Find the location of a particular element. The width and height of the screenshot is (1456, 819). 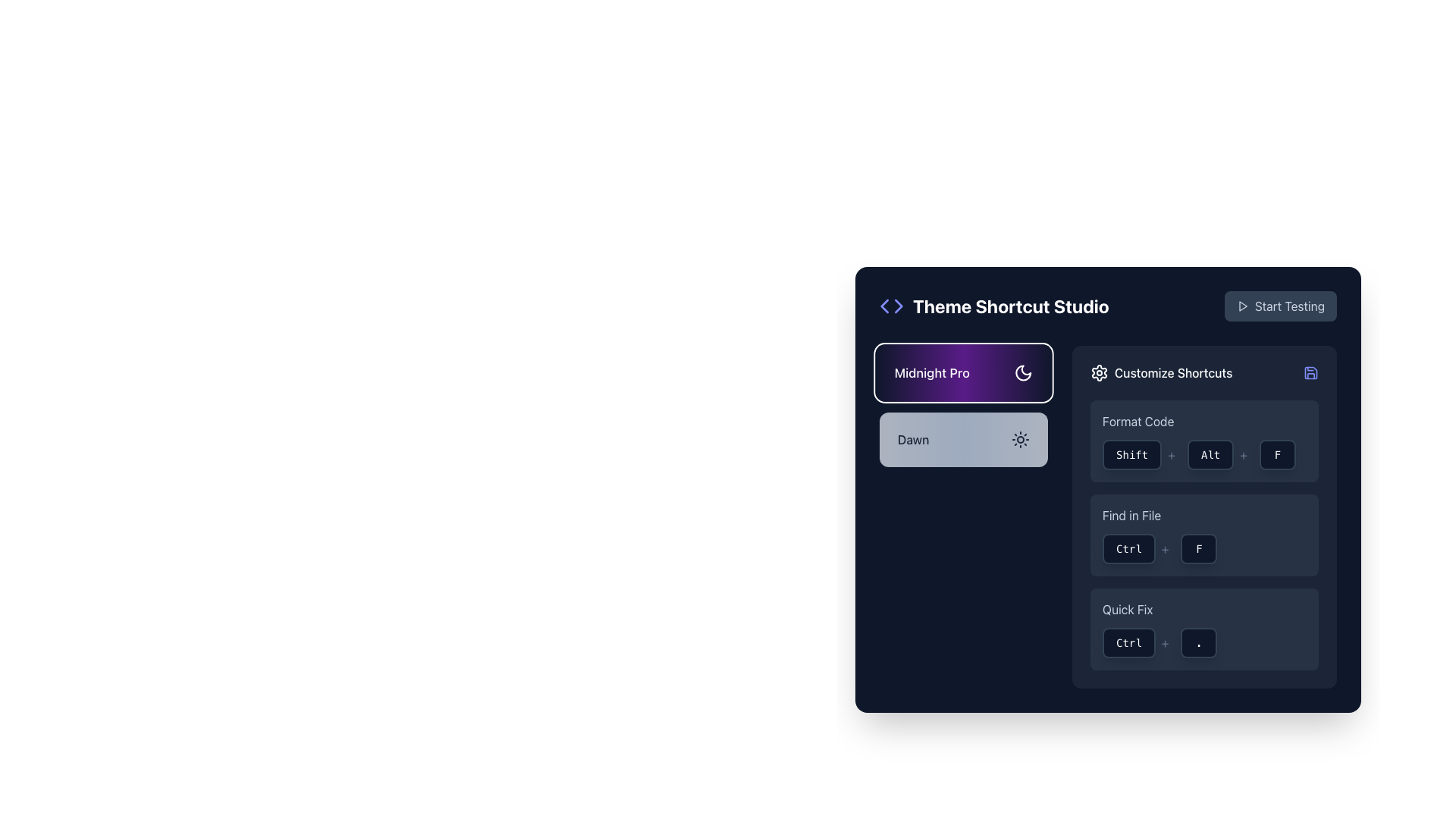

the Save icon button located to the right of the 'Customize Shortcuts' text to receive a tooltip is located at coordinates (1310, 373).